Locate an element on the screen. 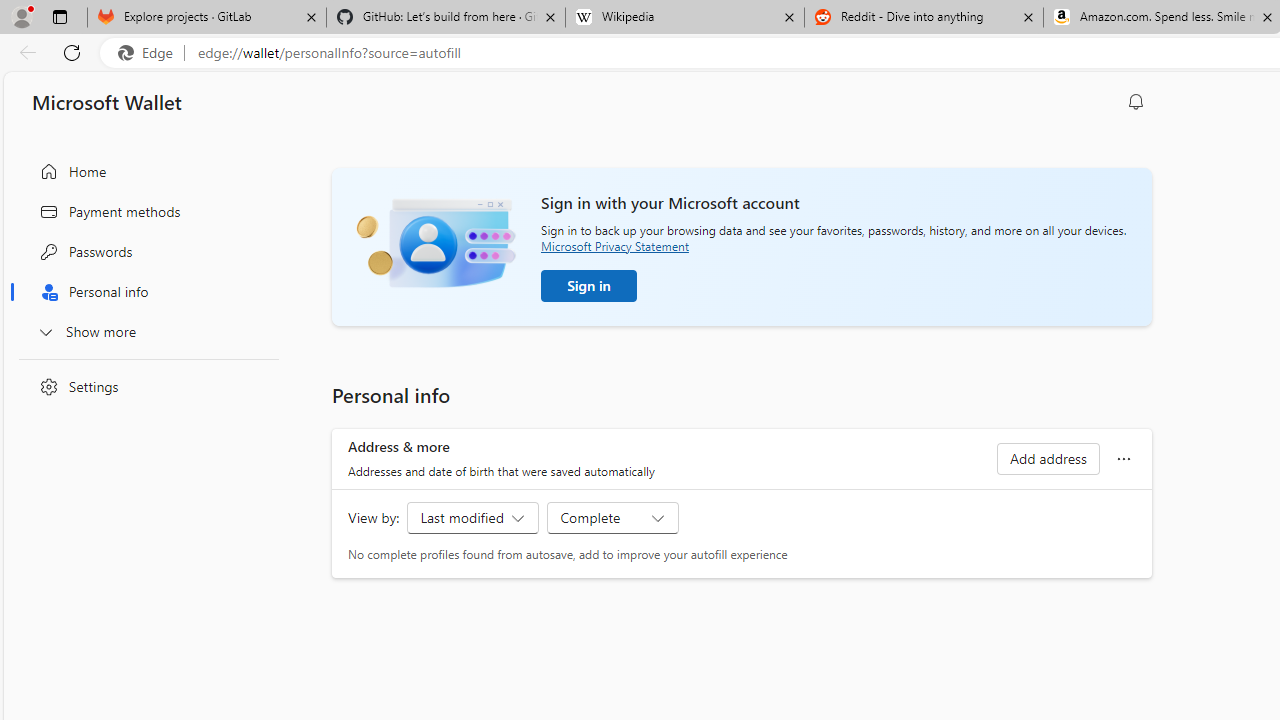  'Personal info' is located at coordinates (143, 292).